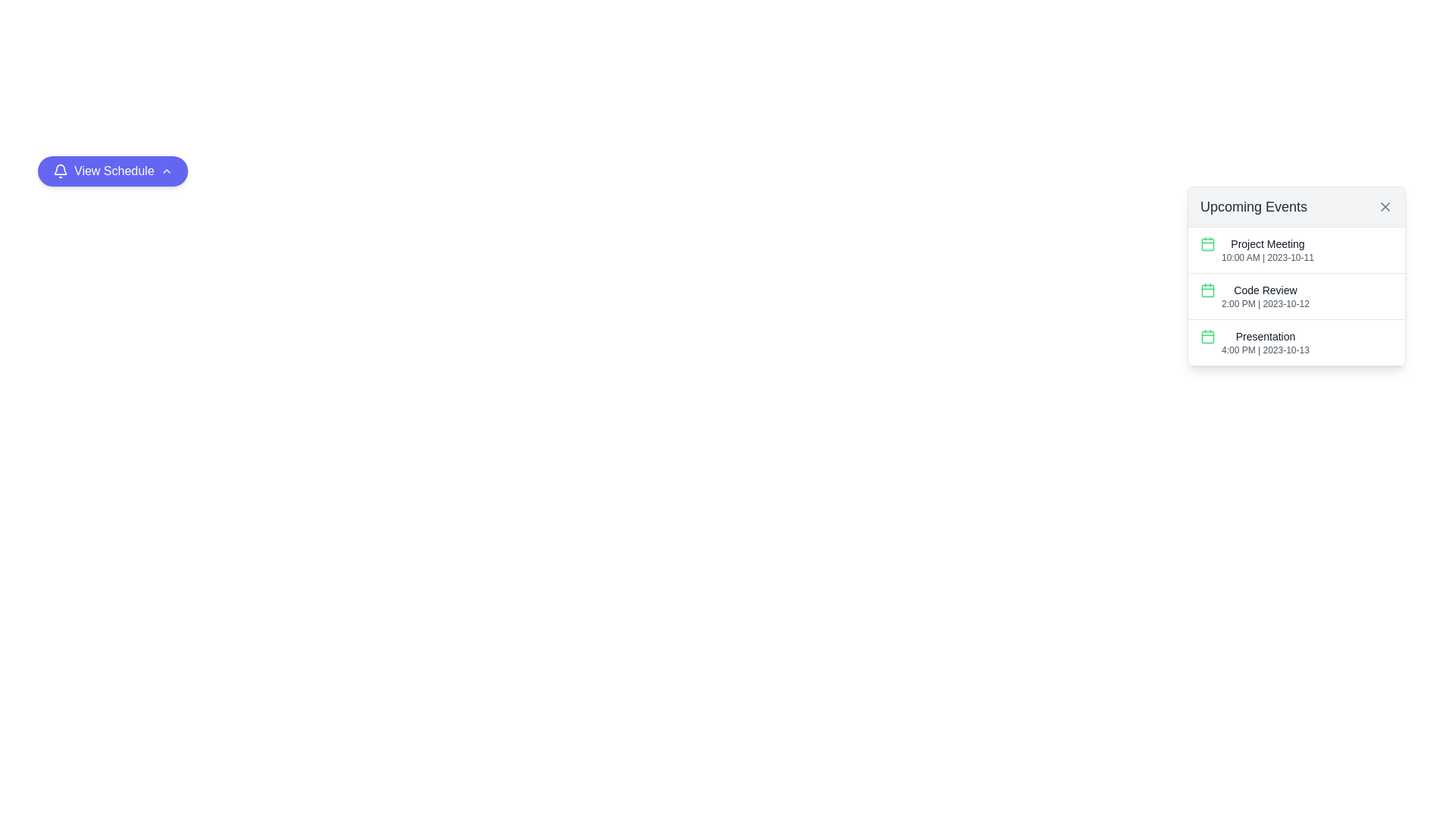  What do you see at coordinates (1265, 335) in the screenshot?
I see `the static text label indicating the title of the corresponding calendar event, which is the third entry in the upcoming events list` at bounding box center [1265, 335].